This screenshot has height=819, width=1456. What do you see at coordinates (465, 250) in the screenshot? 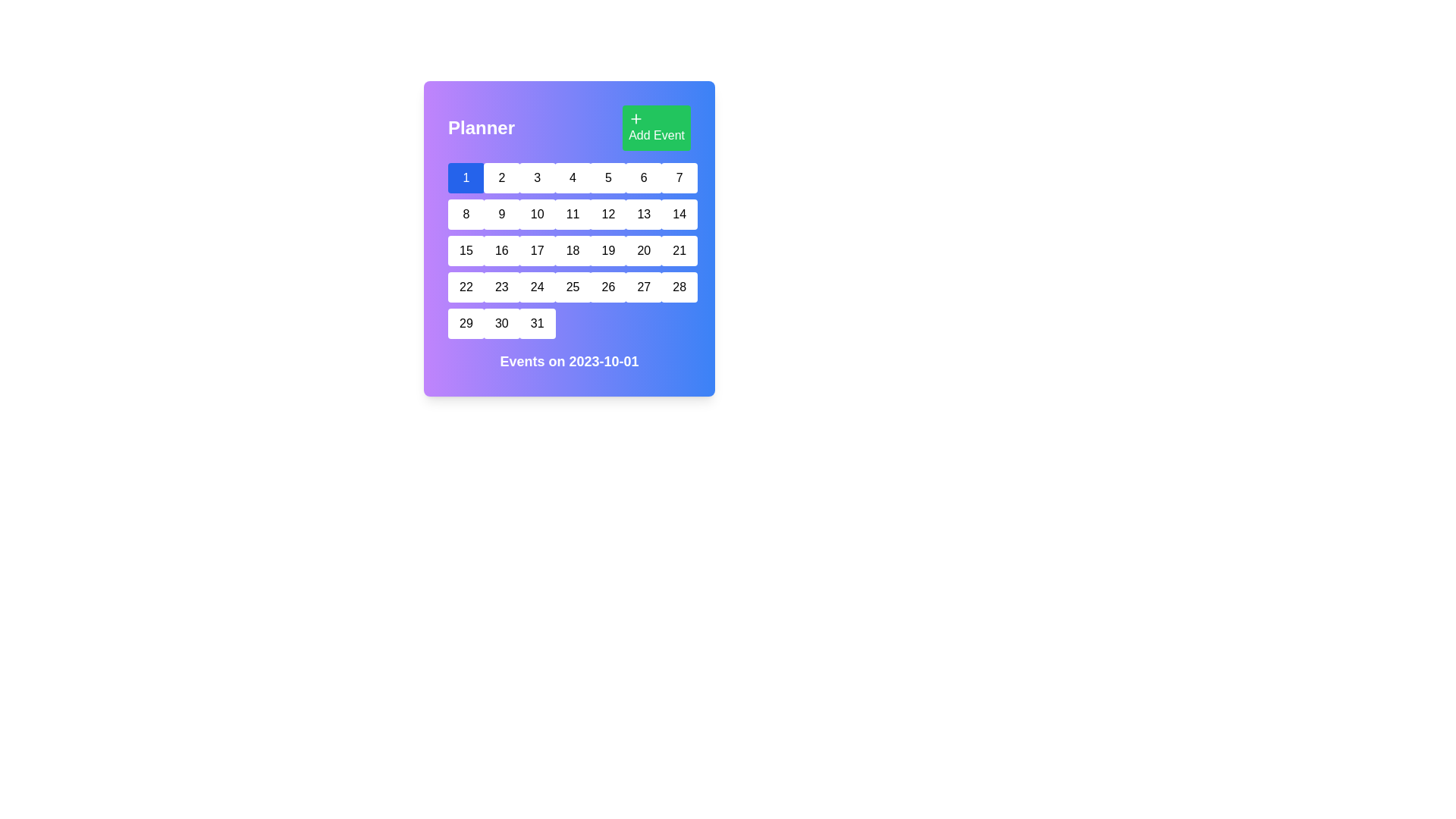
I see `the rounded rectangular button displaying the number '15' in the calendar grid` at bounding box center [465, 250].